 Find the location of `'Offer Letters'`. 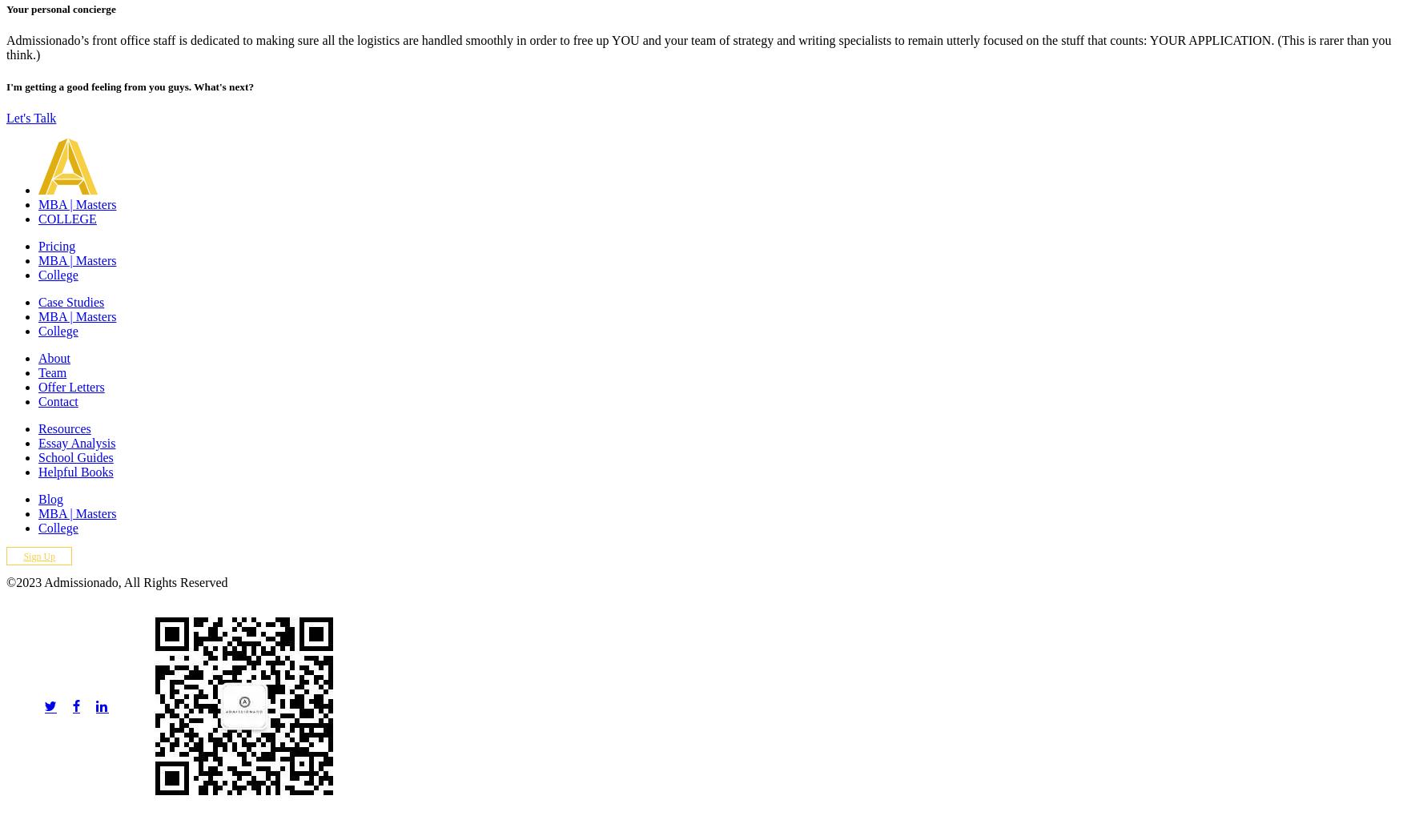

'Offer Letters' is located at coordinates (70, 386).